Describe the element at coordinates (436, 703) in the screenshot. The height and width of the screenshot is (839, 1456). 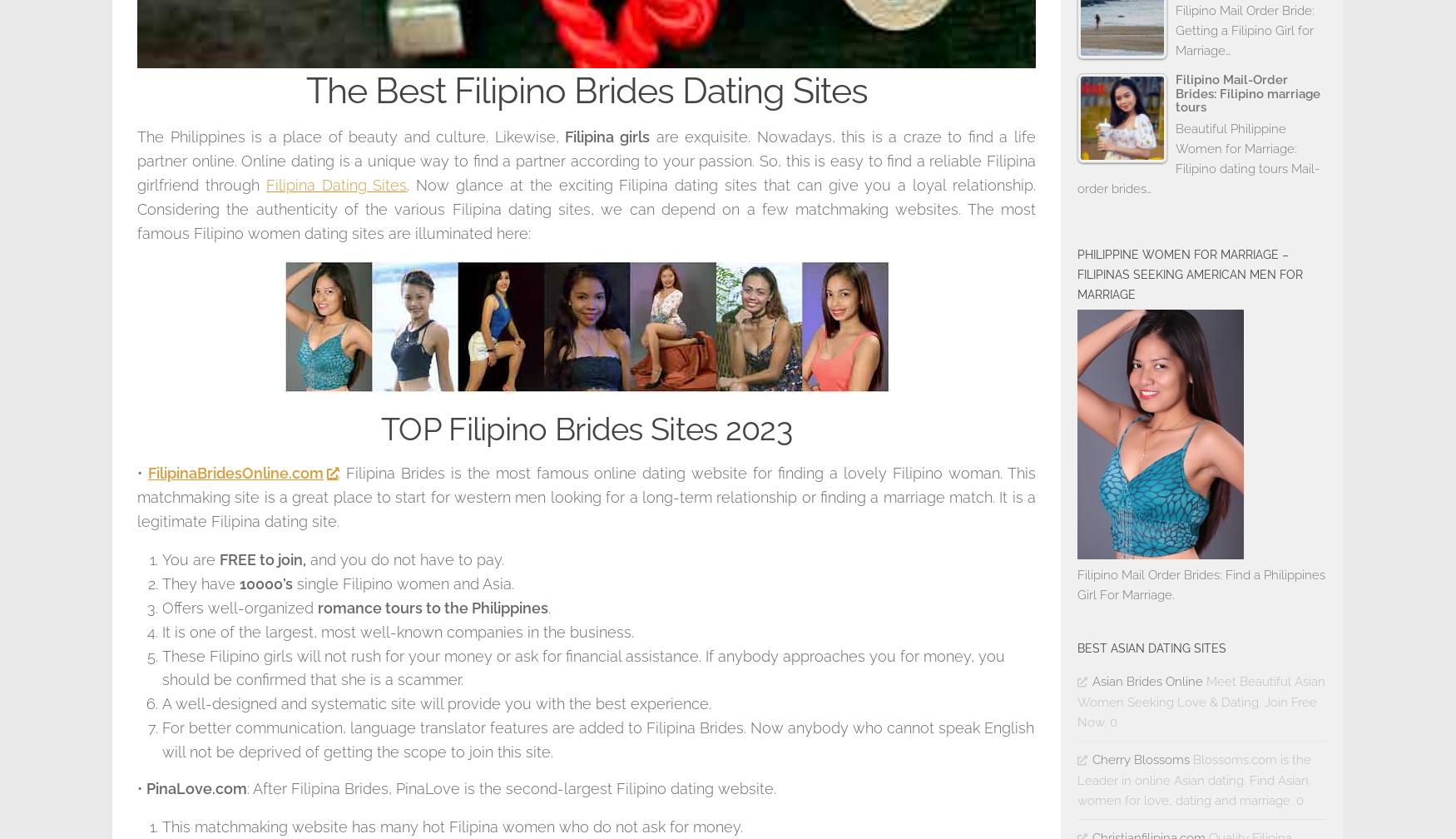
I see `'A well-designed and systematic site will provide you with the best experience.'` at that location.